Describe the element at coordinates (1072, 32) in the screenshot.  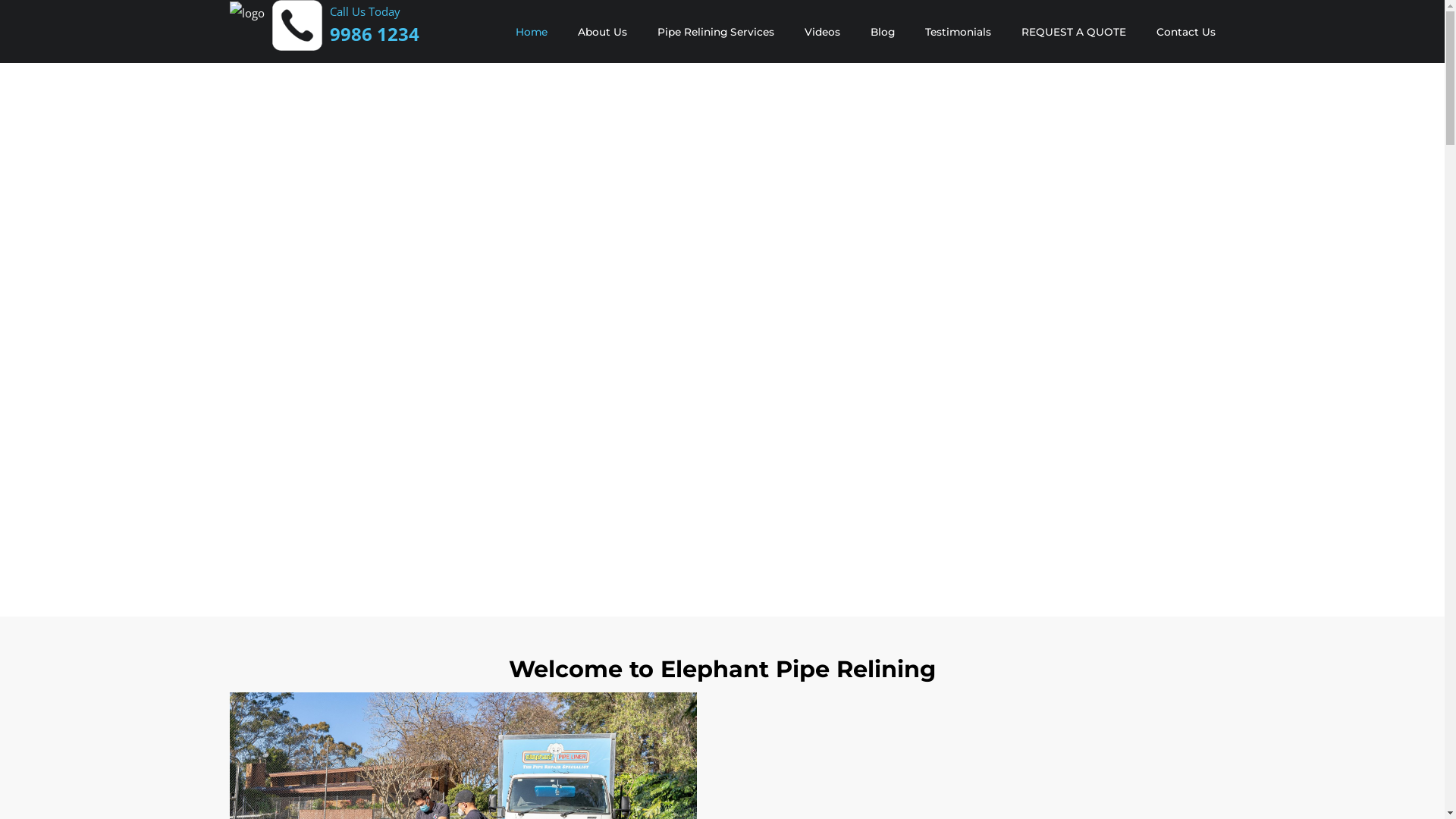
I see `'REQUEST A QUOTE'` at that location.